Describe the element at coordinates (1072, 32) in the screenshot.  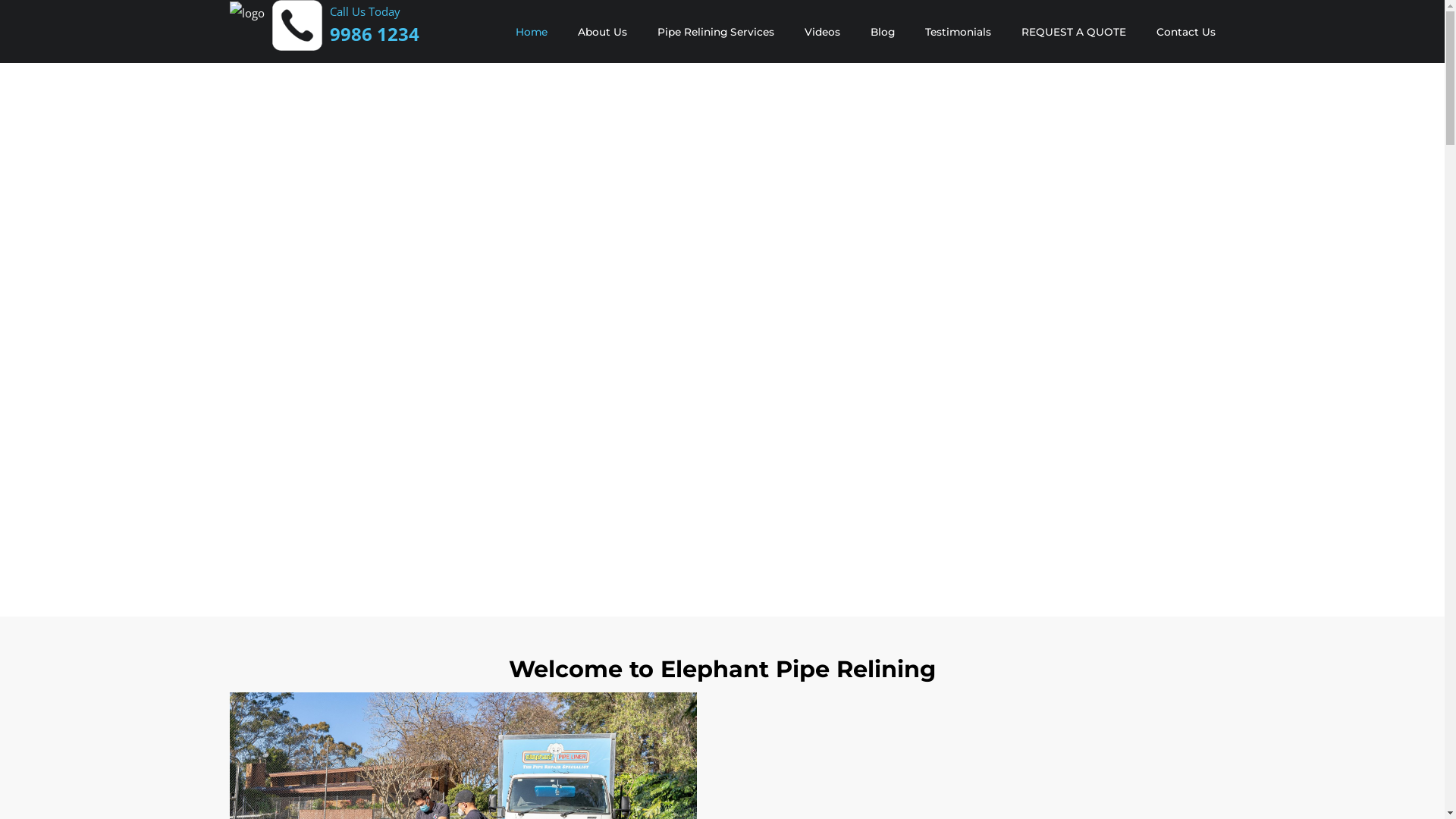
I see `'REQUEST A QUOTE'` at that location.